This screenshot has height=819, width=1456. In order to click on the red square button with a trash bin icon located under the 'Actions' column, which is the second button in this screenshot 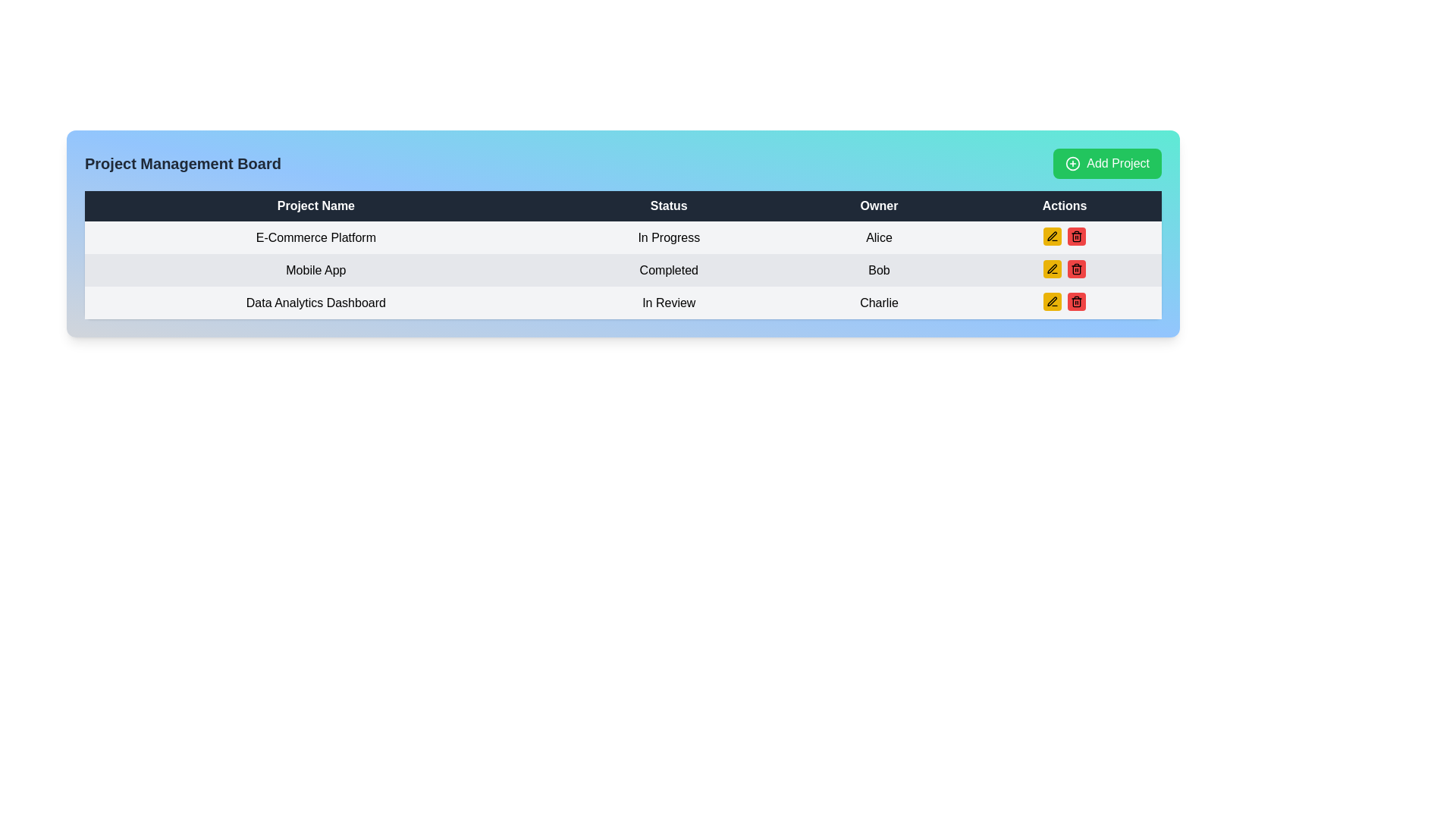, I will do `click(1076, 301)`.